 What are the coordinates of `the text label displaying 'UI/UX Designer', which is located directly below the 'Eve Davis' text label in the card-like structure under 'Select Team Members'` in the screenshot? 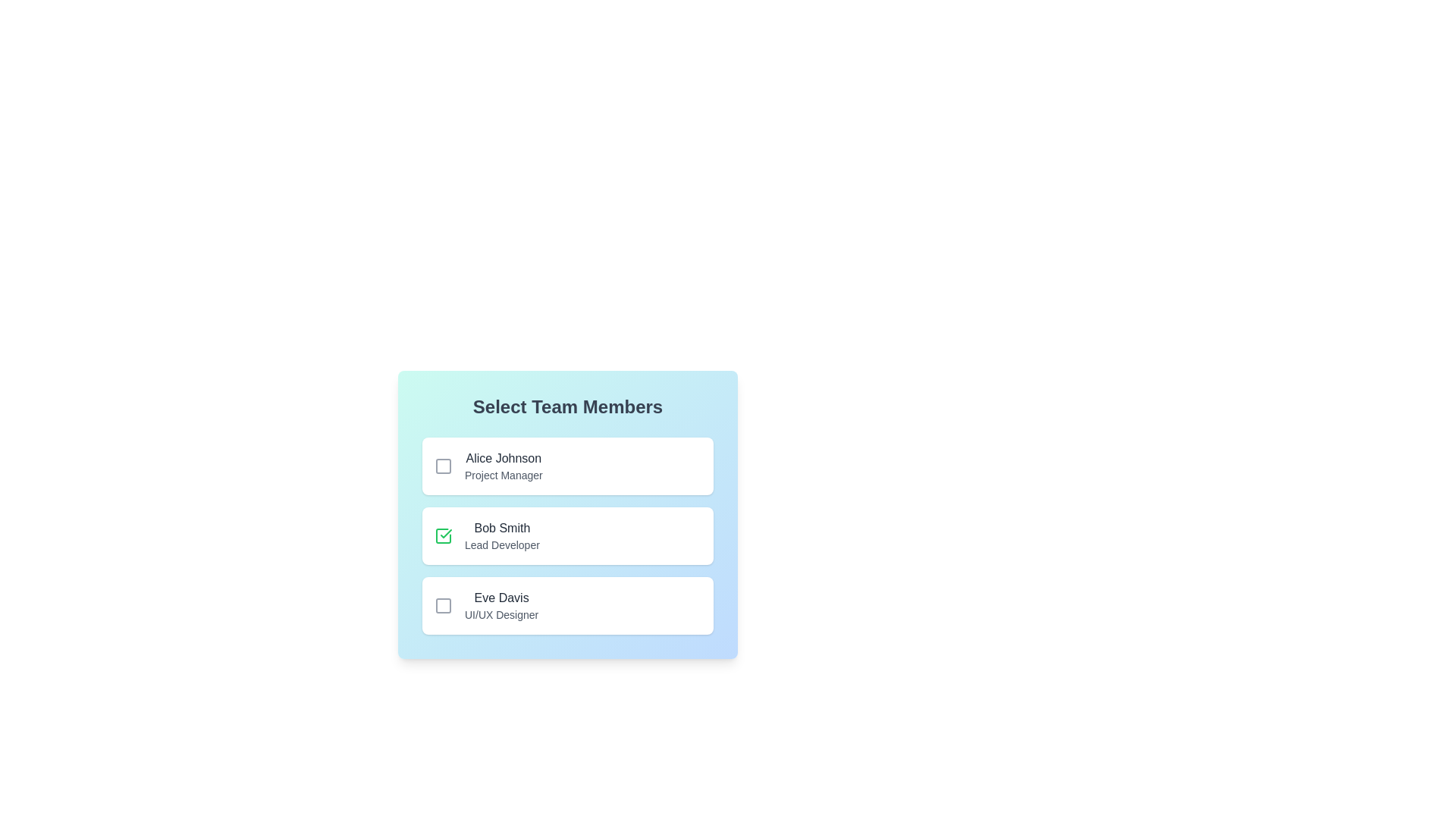 It's located at (501, 614).